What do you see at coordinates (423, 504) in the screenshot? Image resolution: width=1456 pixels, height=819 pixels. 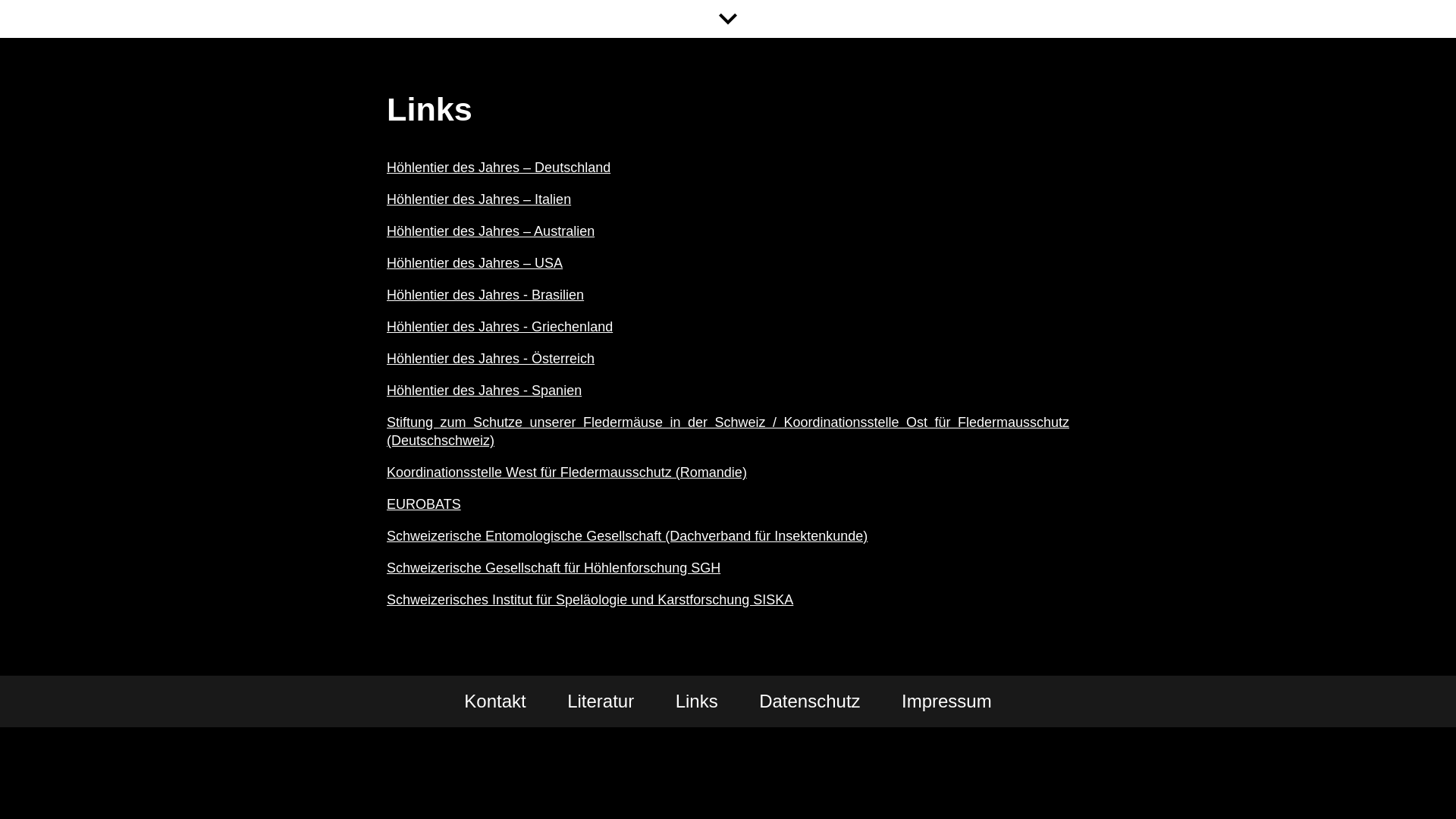 I see `'EUROBATS'` at bounding box center [423, 504].